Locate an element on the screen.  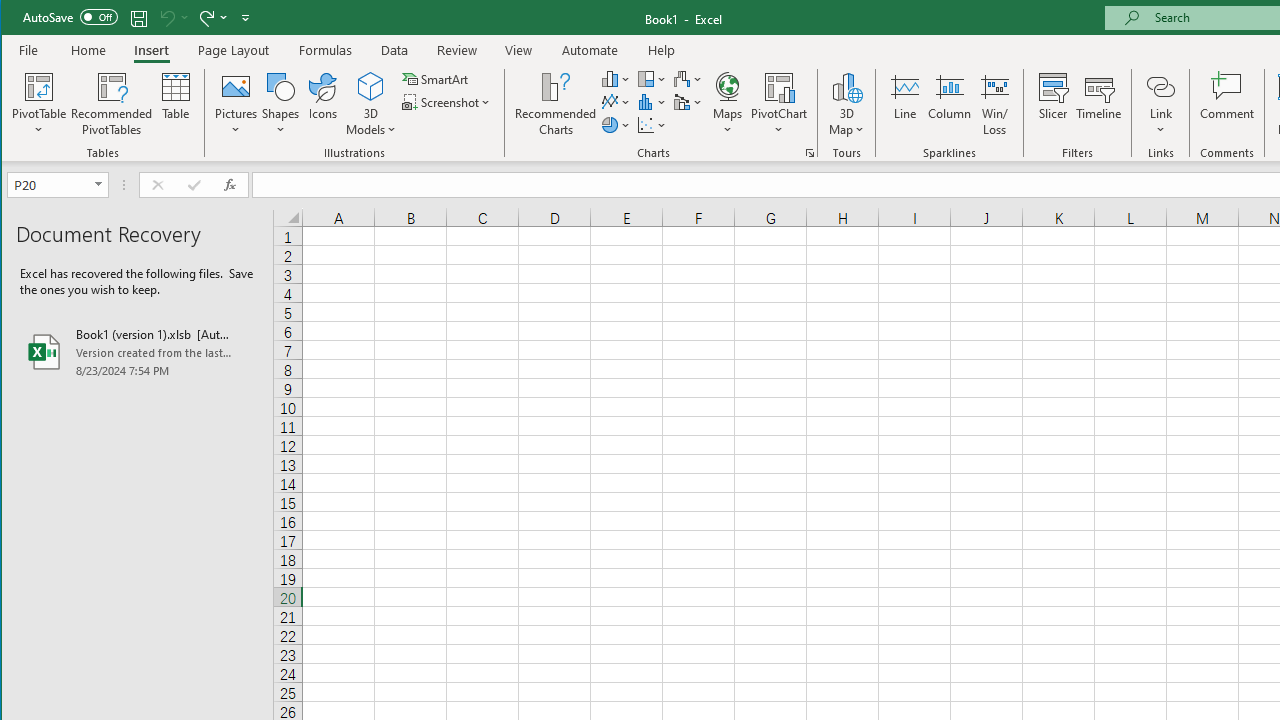
'Insert Combo Chart' is located at coordinates (688, 102).